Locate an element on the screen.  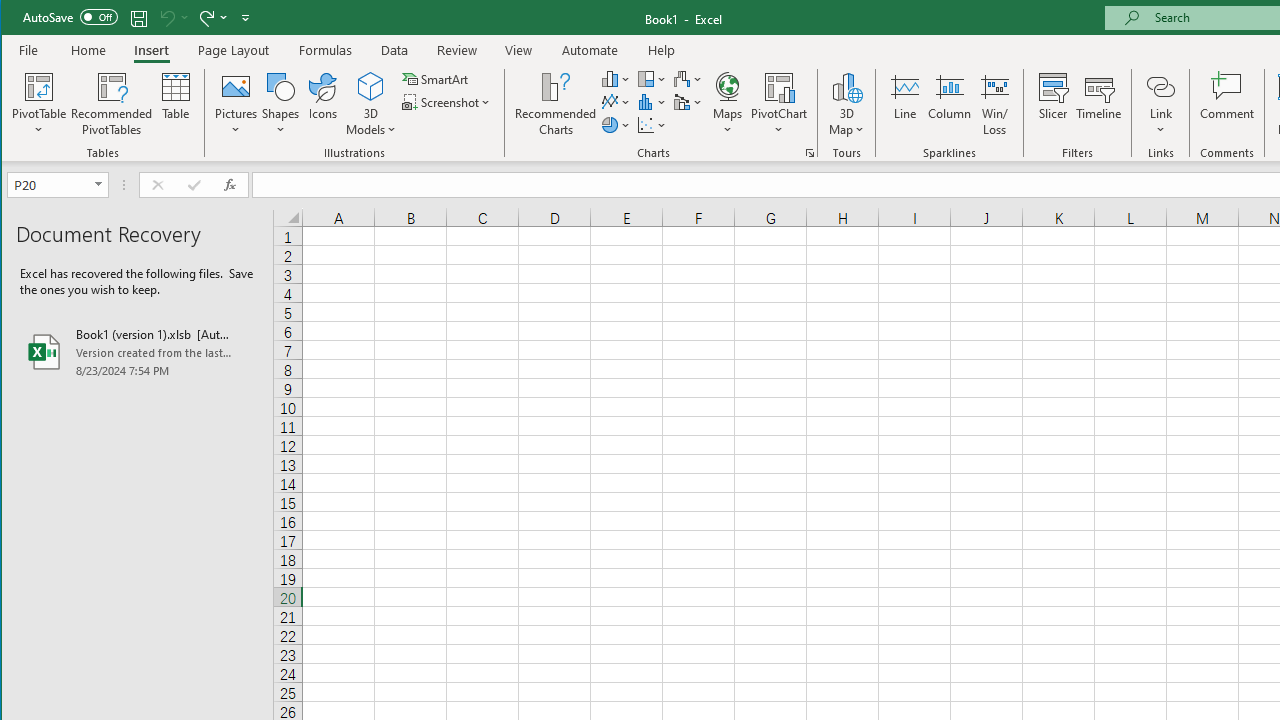
'Insert Combo Chart' is located at coordinates (688, 102).